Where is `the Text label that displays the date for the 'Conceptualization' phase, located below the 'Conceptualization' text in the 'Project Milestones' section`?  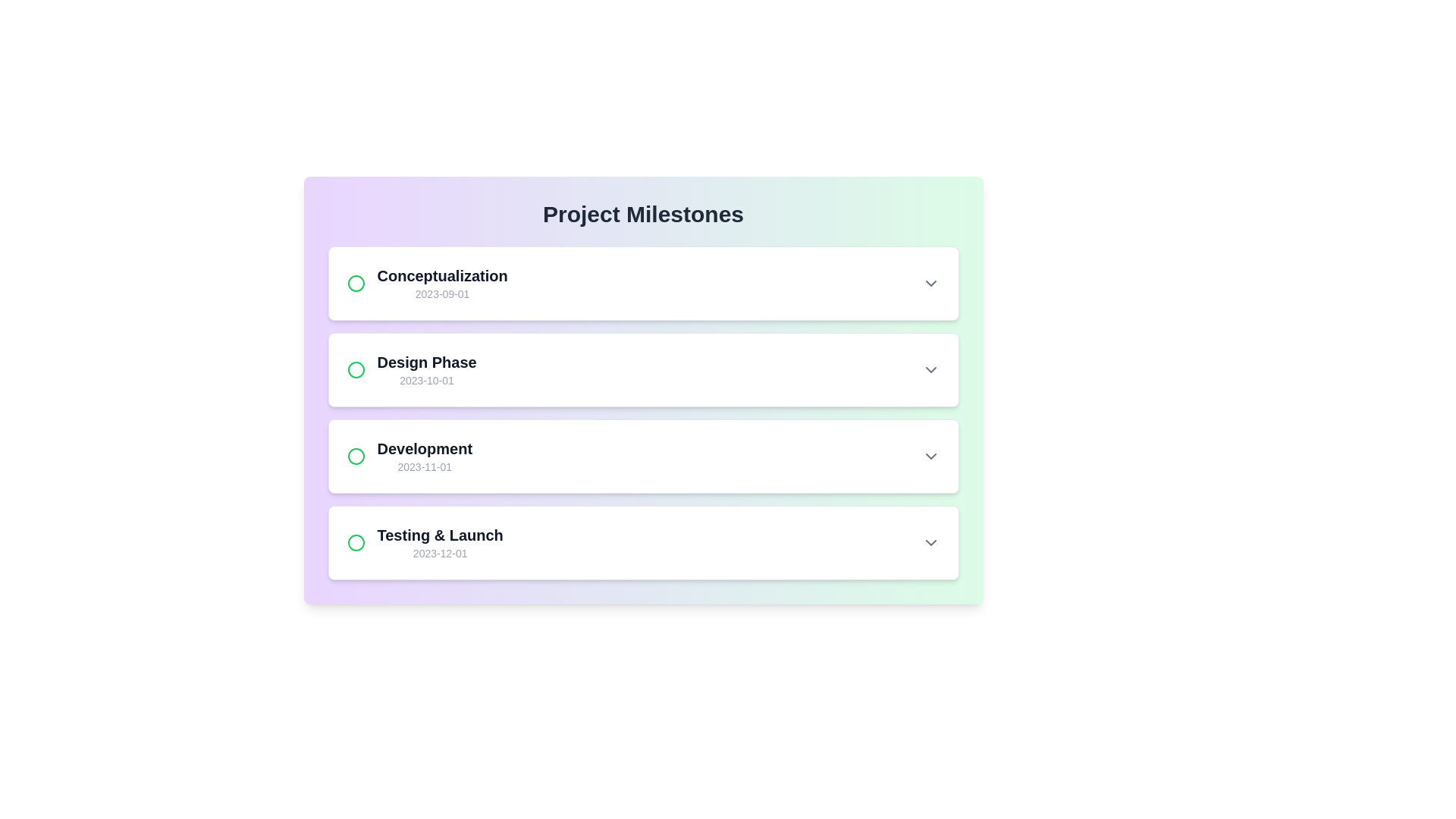
the Text label that displays the date for the 'Conceptualization' phase, located below the 'Conceptualization' text in the 'Project Milestones' section is located at coordinates (441, 294).